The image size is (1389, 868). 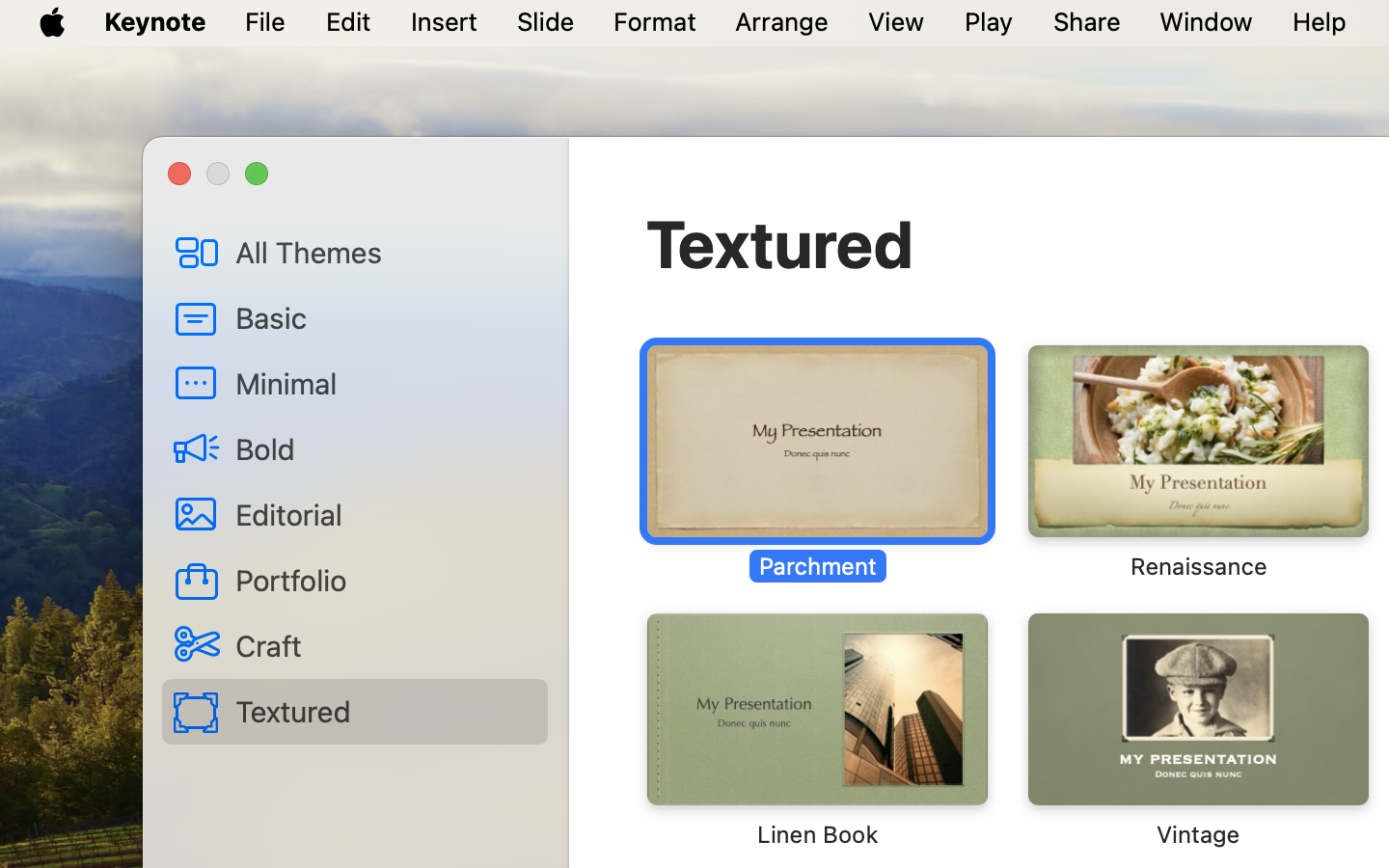 What do you see at coordinates (816, 729) in the screenshot?
I see `'‎⁨Linen Book⁩'` at bounding box center [816, 729].